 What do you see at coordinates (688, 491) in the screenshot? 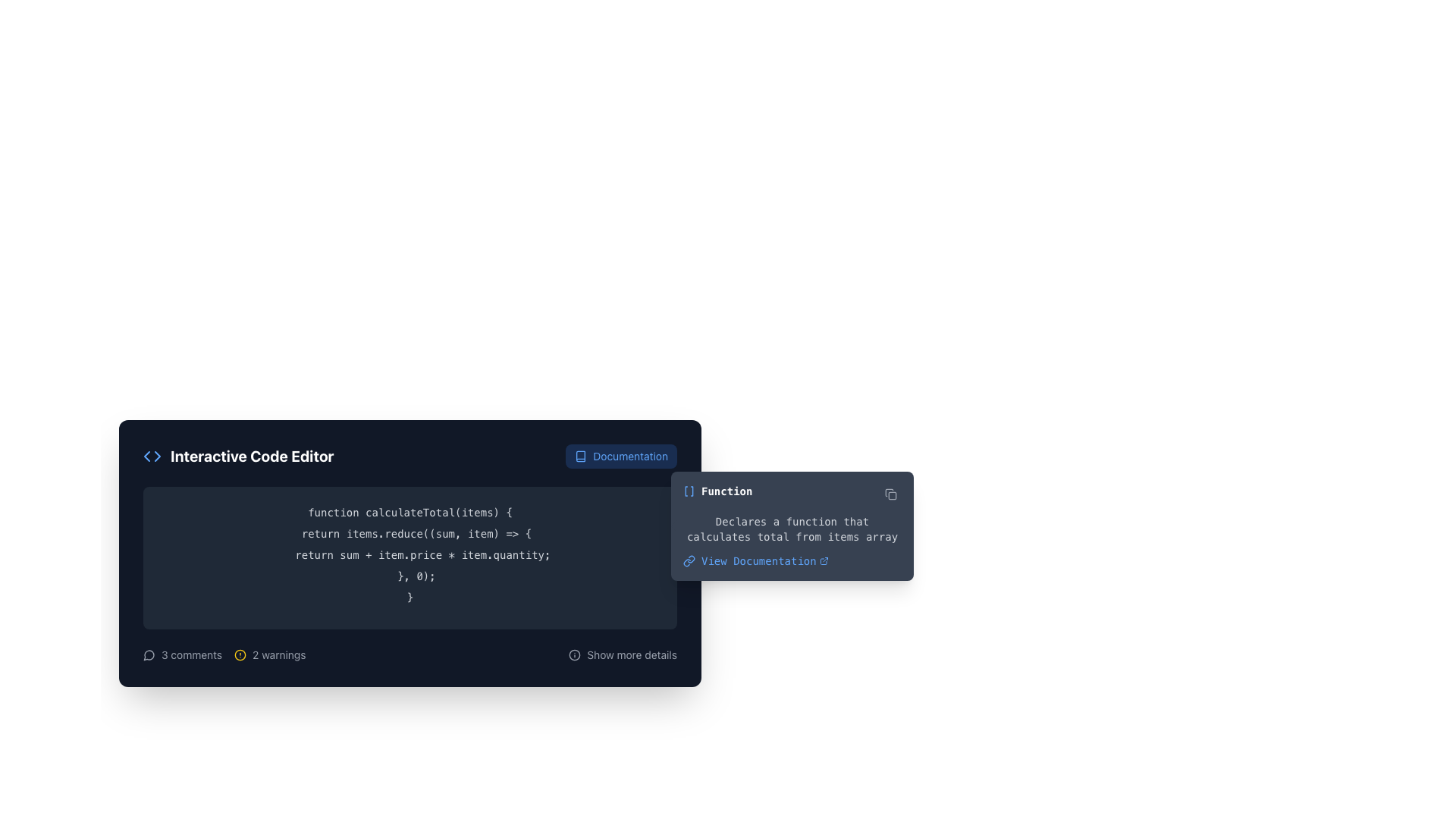
I see `the SVG icon representing brackets, which is positioned to the left of the text label 'Function', to focus on the associated function` at bounding box center [688, 491].